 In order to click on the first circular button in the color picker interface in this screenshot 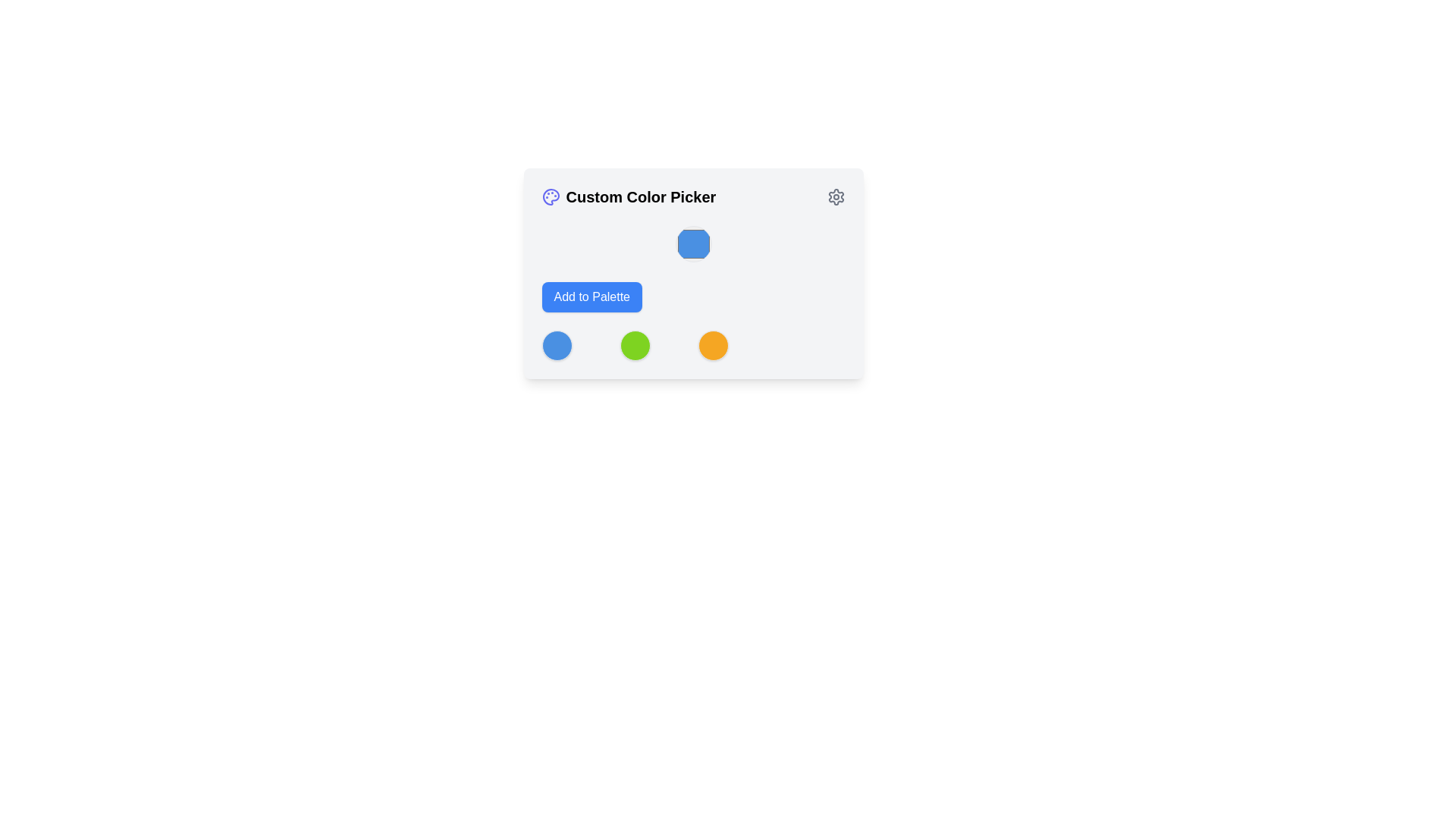, I will do `click(556, 345)`.